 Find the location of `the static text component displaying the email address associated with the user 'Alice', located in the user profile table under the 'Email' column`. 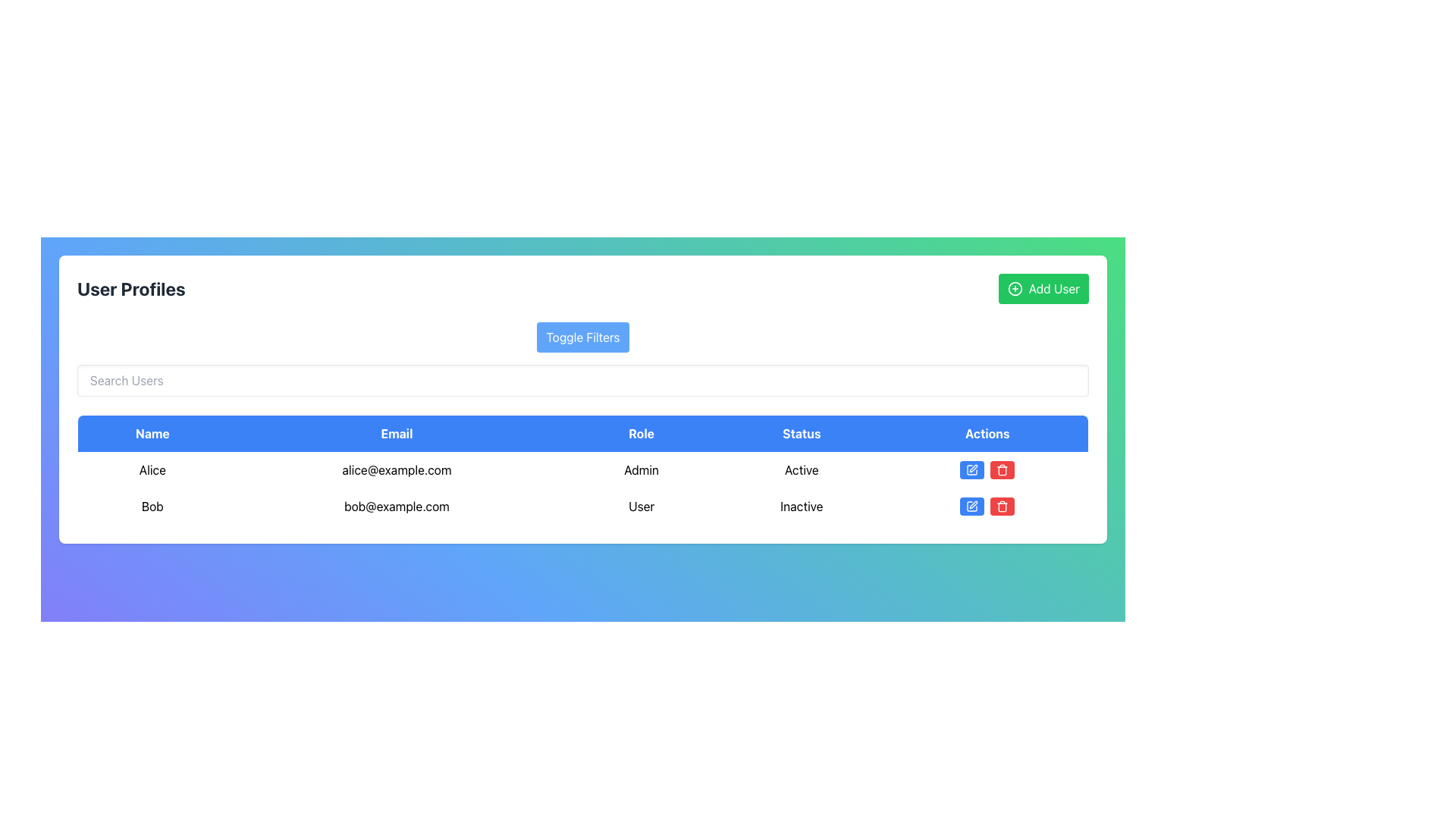

the static text component displaying the email address associated with the user 'Alice', located in the user profile table under the 'Email' column is located at coordinates (397, 469).